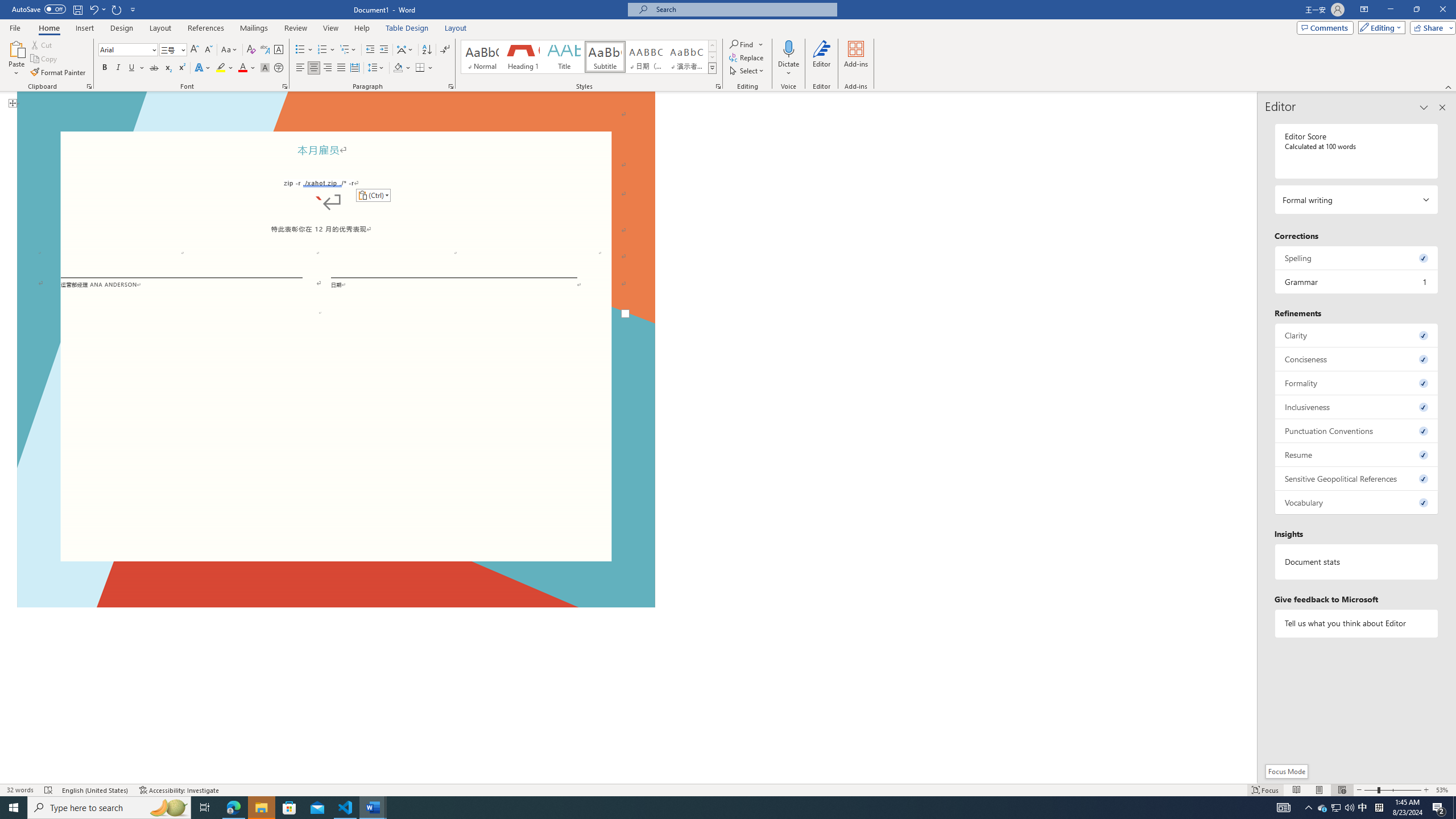  Describe the element at coordinates (97, 9) in the screenshot. I see `'Undo Paste'` at that location.